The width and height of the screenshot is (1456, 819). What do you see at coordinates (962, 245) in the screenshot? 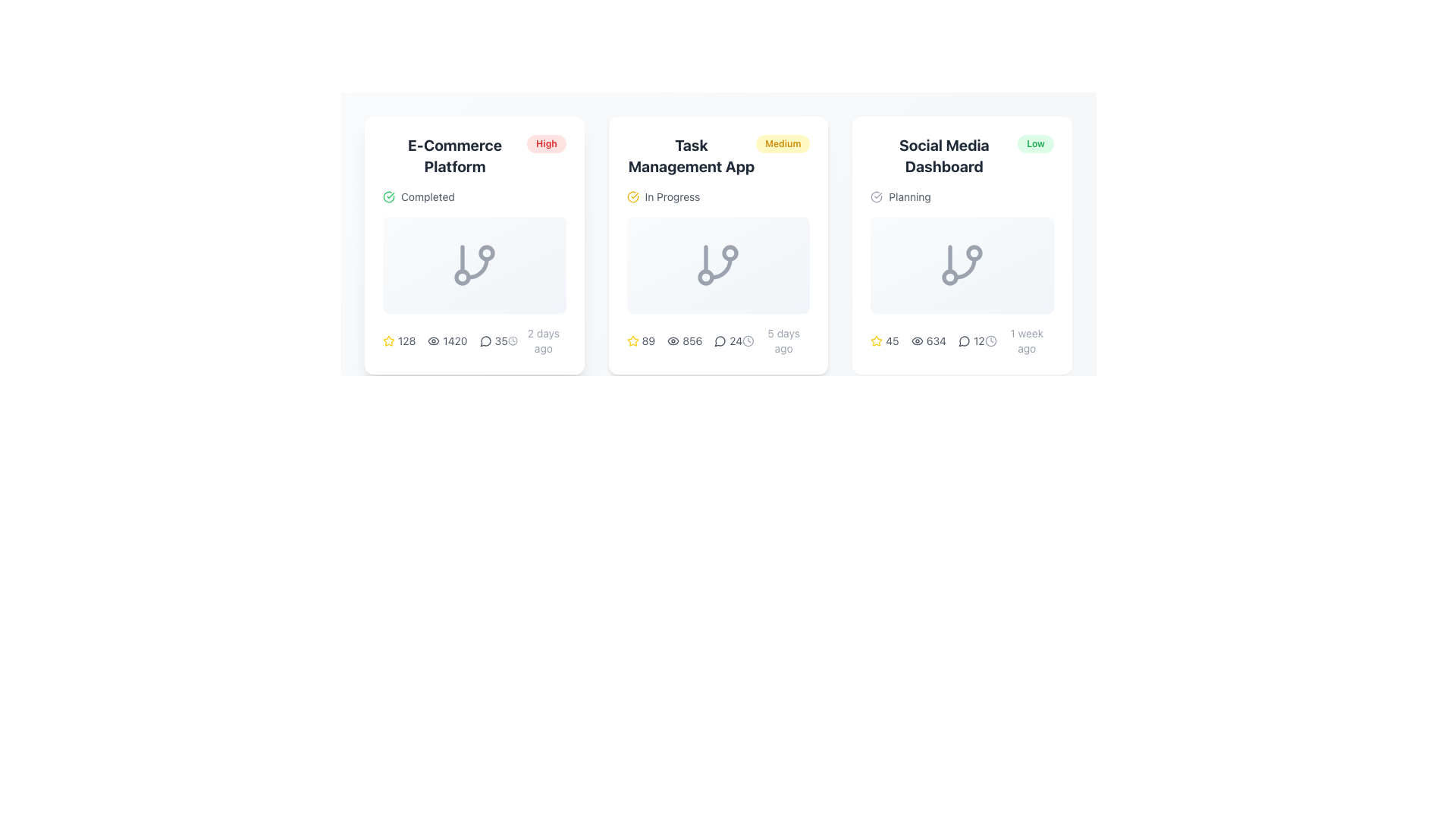
I see `the 'Social Media Dashboard' card component, which has a white background, rounded corners, and displays a status label 'Low' in green` at bounding box center [962, 245].